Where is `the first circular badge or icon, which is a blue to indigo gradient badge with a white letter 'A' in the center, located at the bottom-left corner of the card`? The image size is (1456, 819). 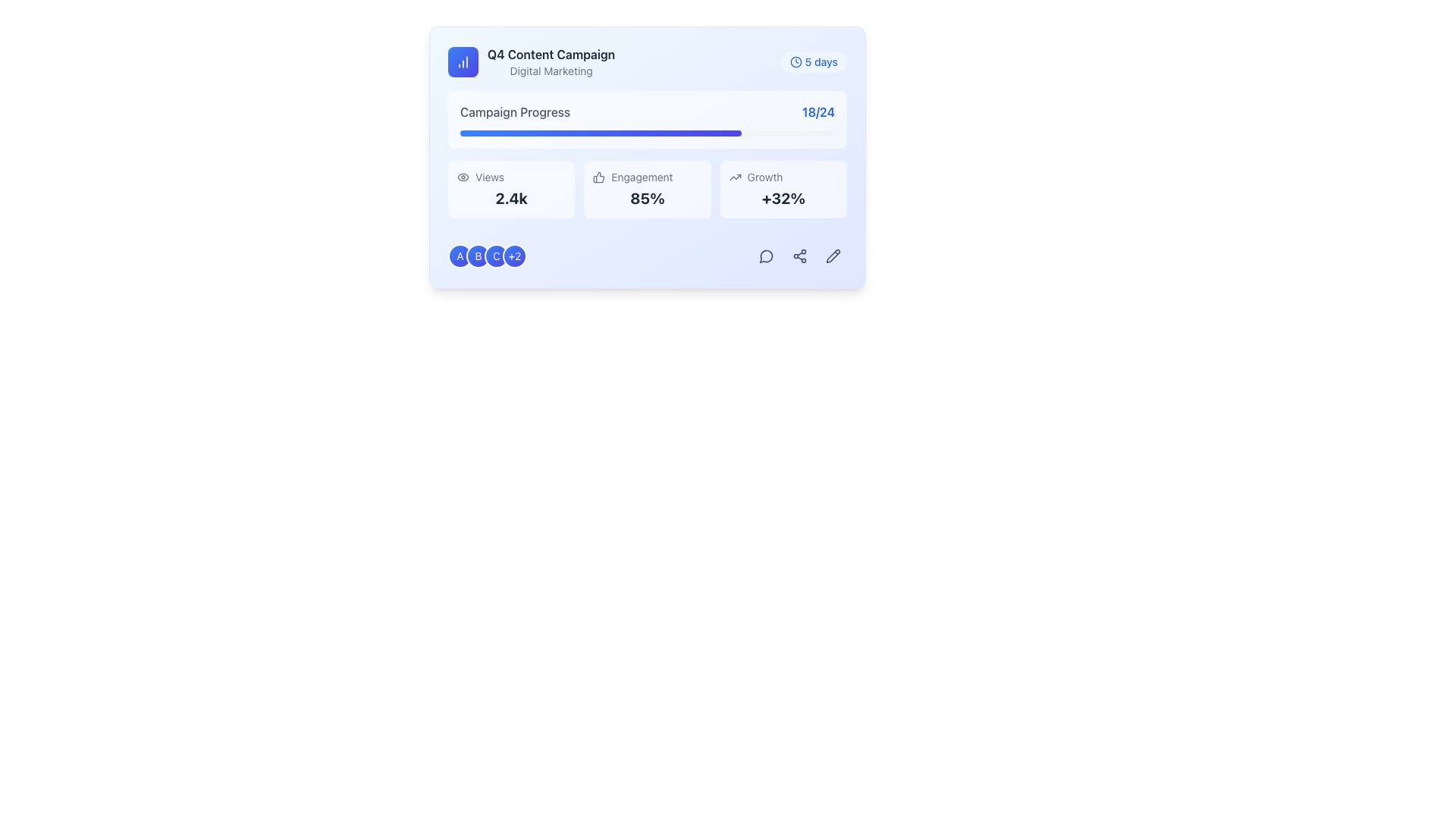
the first circular badge or icon, which is a blue to indigo gradient badge with a white letter 'A' in the center, located at the bottom-left corner of the card is located at coordinates (459, 256).